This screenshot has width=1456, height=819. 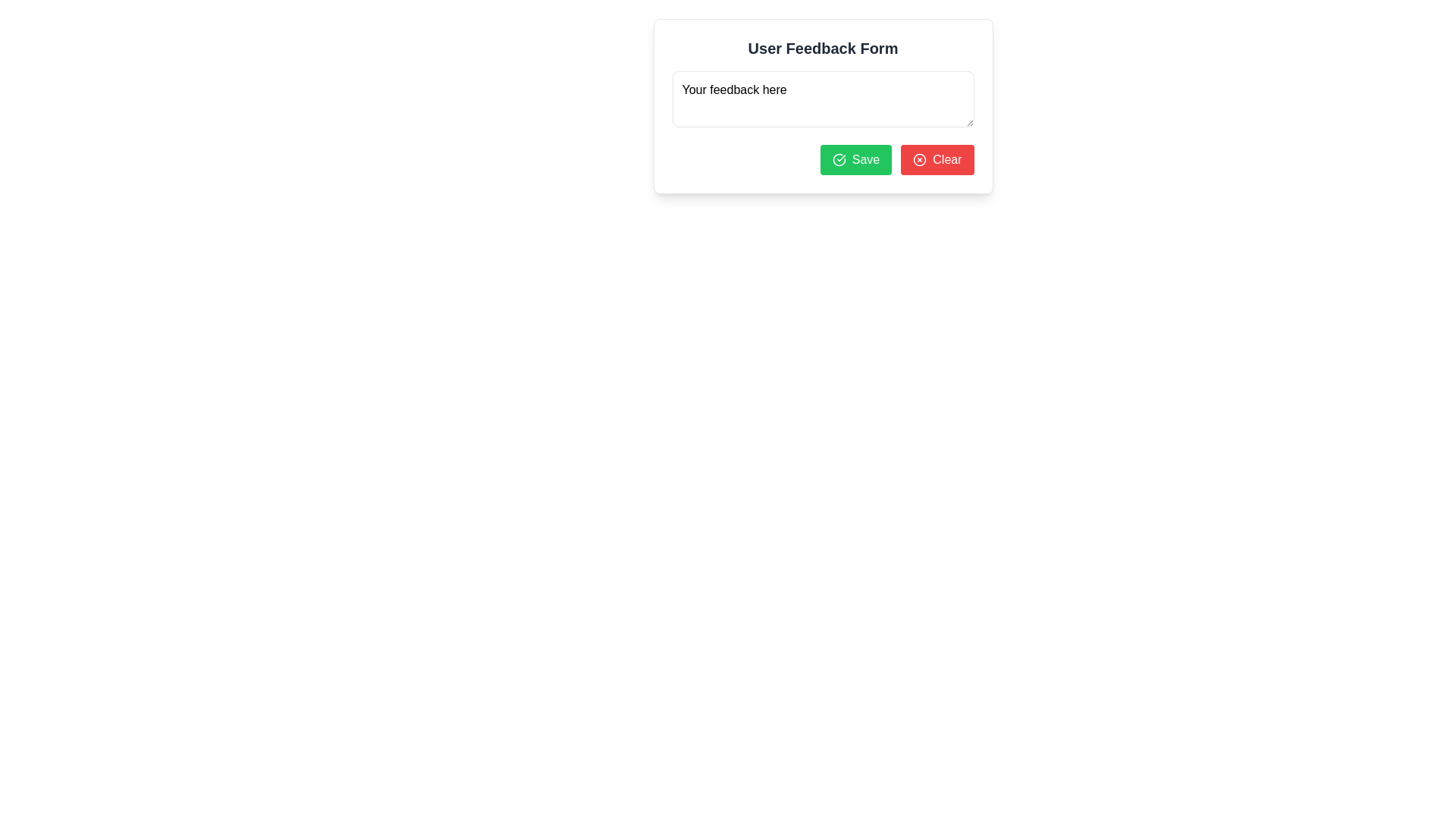 What do you see at coordinates (855, 160) in the screenshot?
I see `the save feedback button located to the left of the red 'Clear' button in the bottom-right of the user feedback form` at bounding box center [855, 160].